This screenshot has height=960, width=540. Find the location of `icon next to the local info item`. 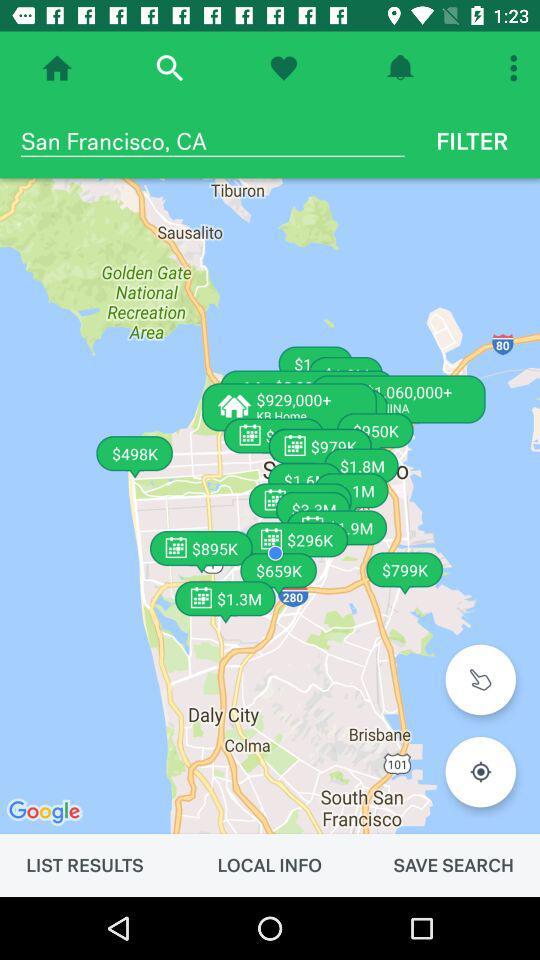

icon next to the local info item is located at coordinates (453, 864).